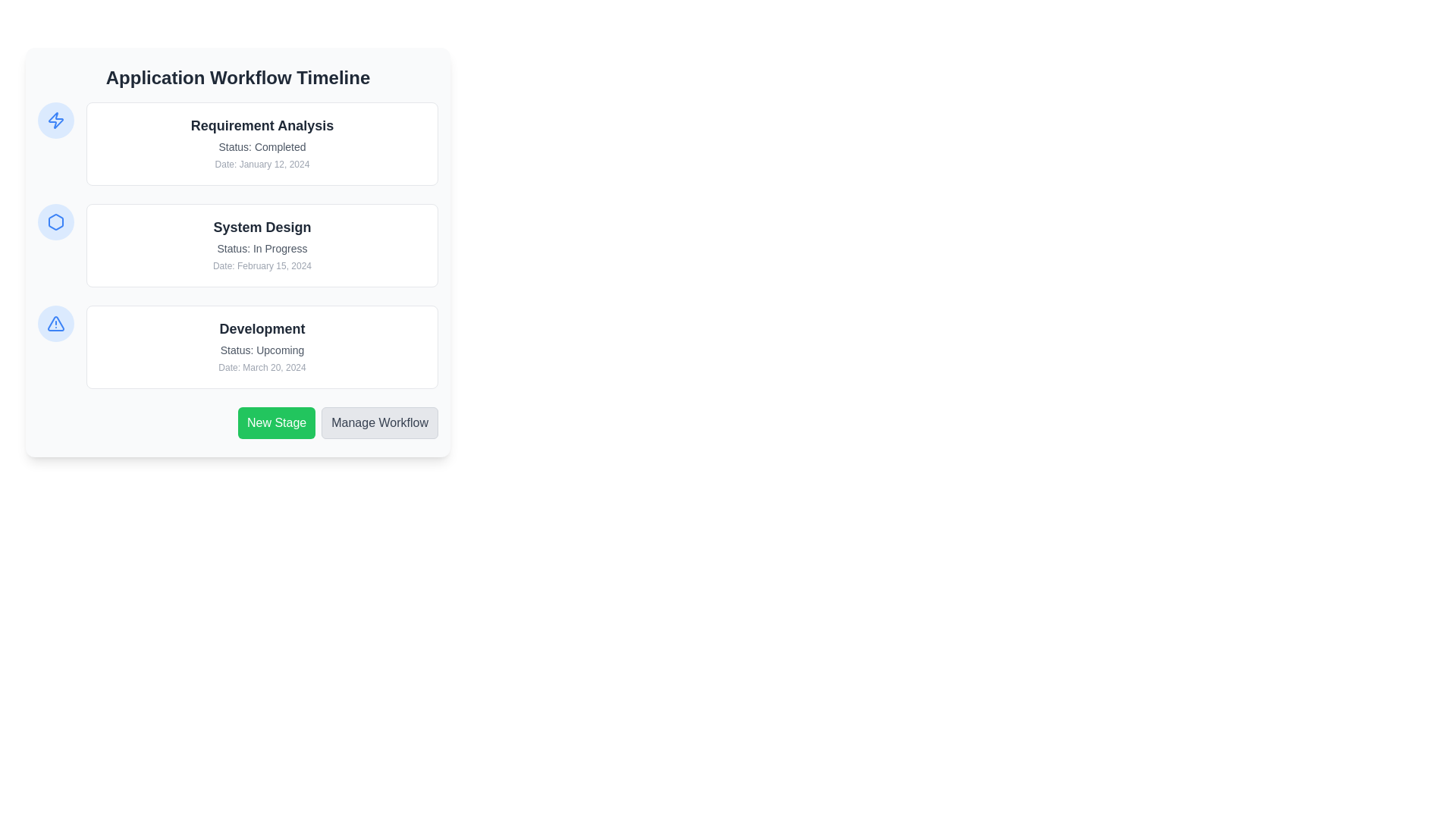 This screenshot has height=819, width=1456. I want to click on the warning icon representing a warning or alert located to the left of the 'Development' section in the workflow timeline, so click(55, 323).